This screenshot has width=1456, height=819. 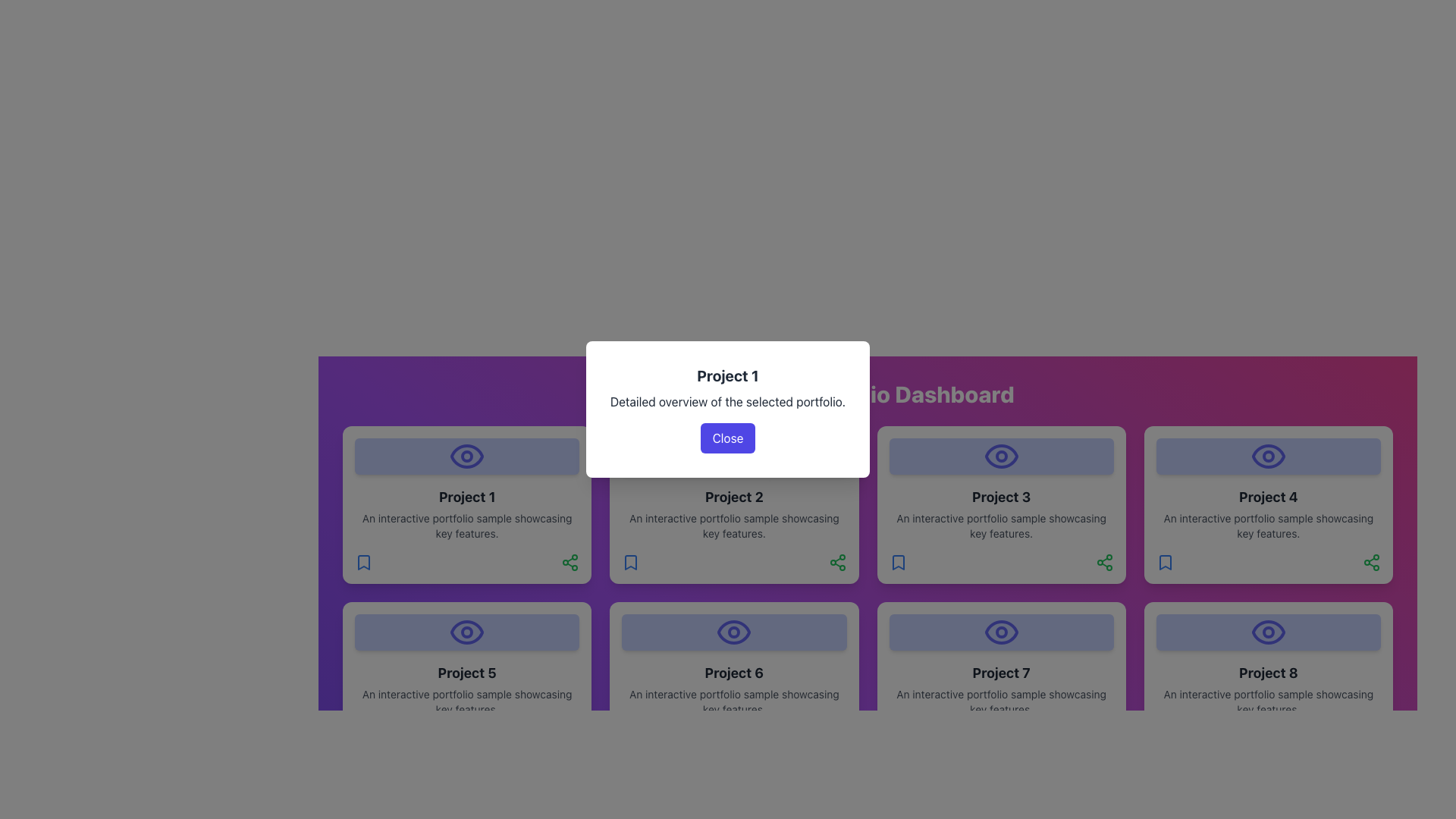 I want to click on the text block displaying the message 'An interactive portfolio sample showcasing key features.' which is styled with a small font size and gray color, located below the title 'Project 1', so click(x=466, y=526).